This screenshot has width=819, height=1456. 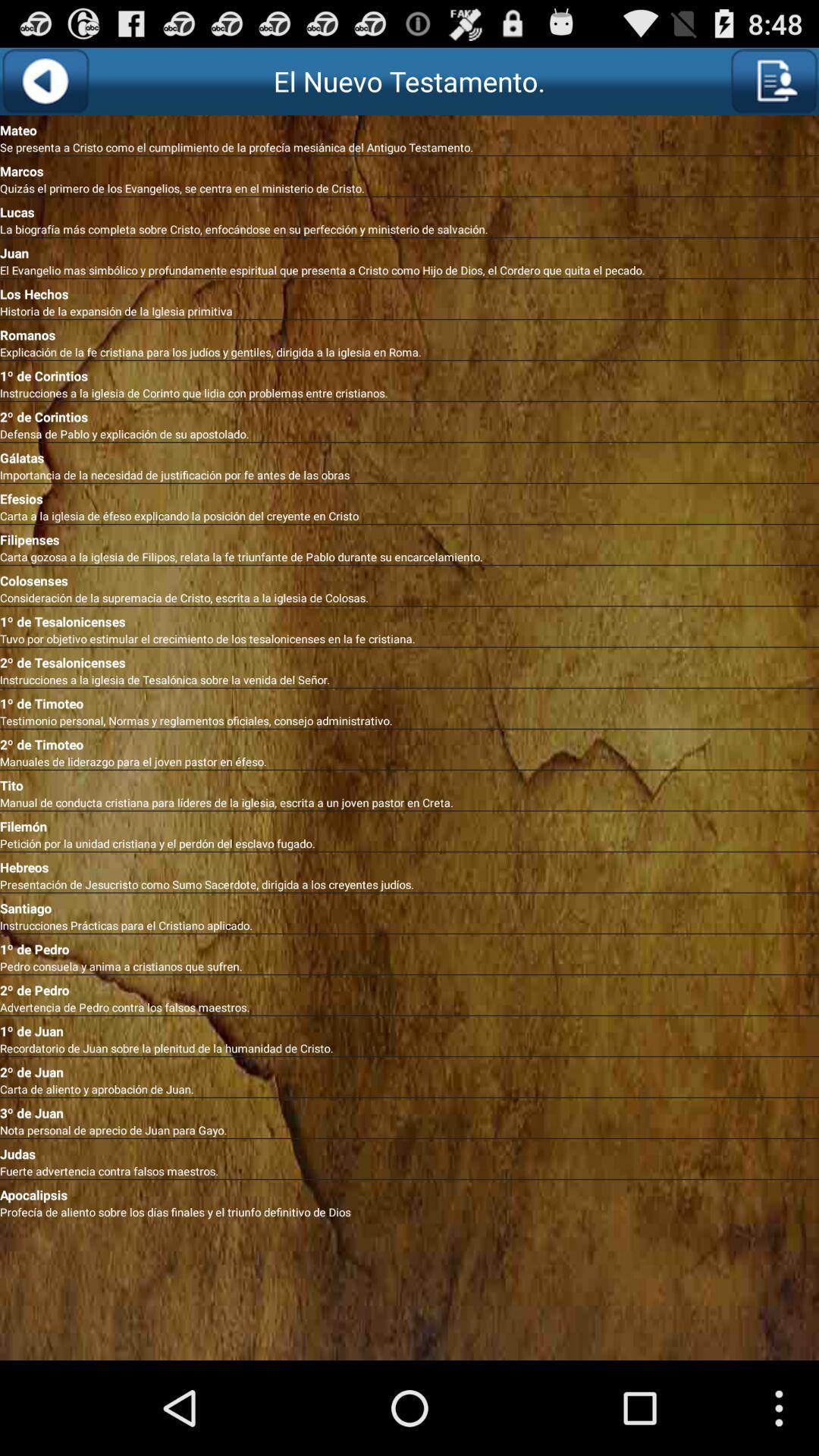 I want to click on icon above the efesios icon, so click(x=409, y=474).